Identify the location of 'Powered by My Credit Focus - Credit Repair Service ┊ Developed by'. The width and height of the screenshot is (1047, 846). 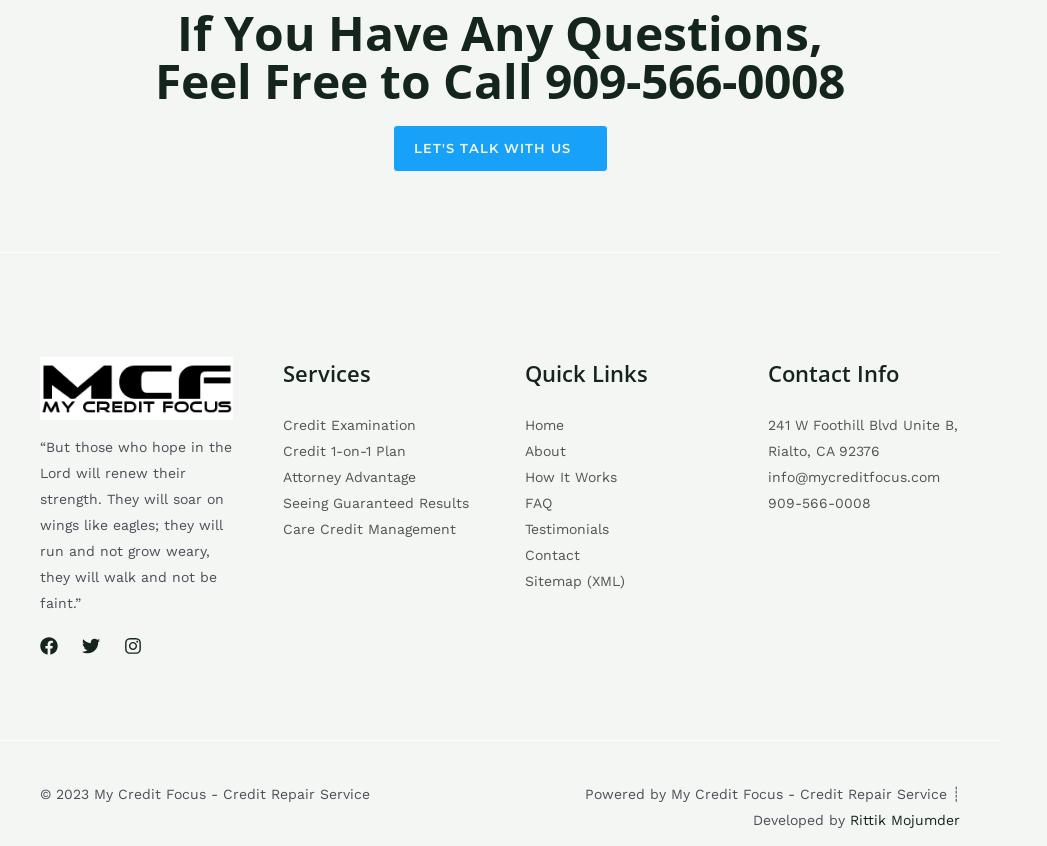
(771, 806).